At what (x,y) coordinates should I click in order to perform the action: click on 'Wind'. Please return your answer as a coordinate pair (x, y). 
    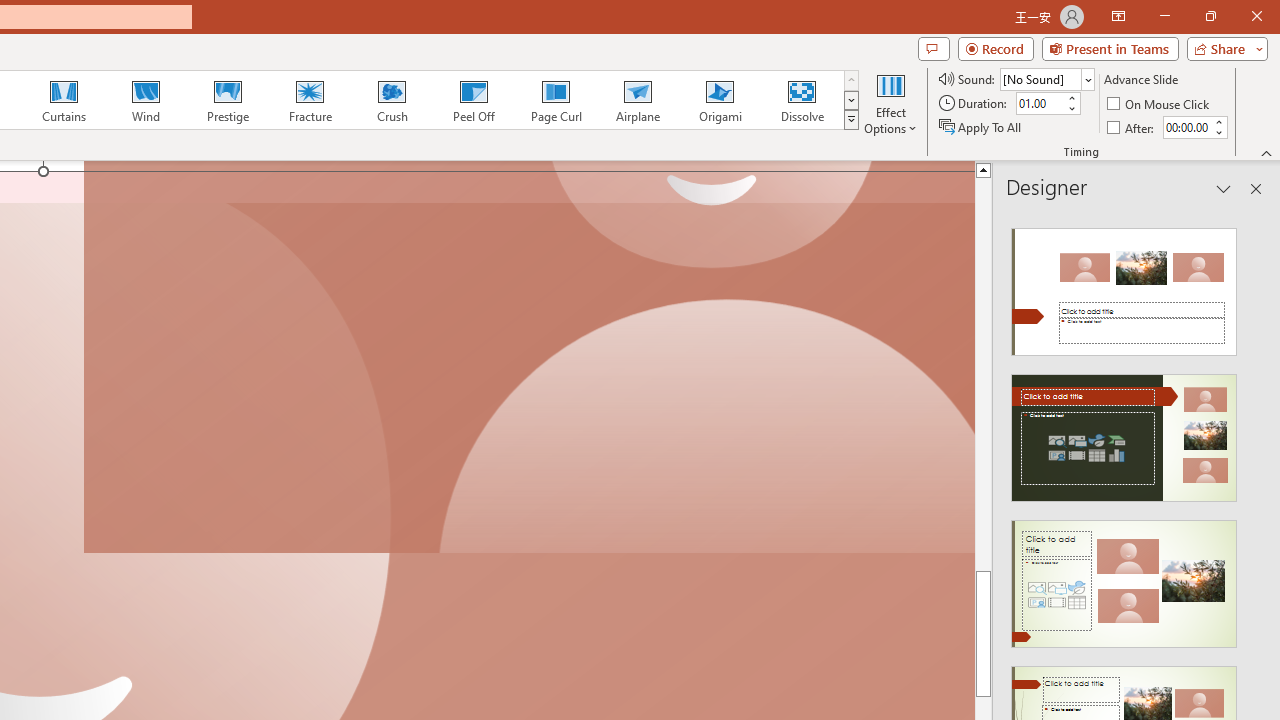
    Looking at the image, I should click on (144, 100).